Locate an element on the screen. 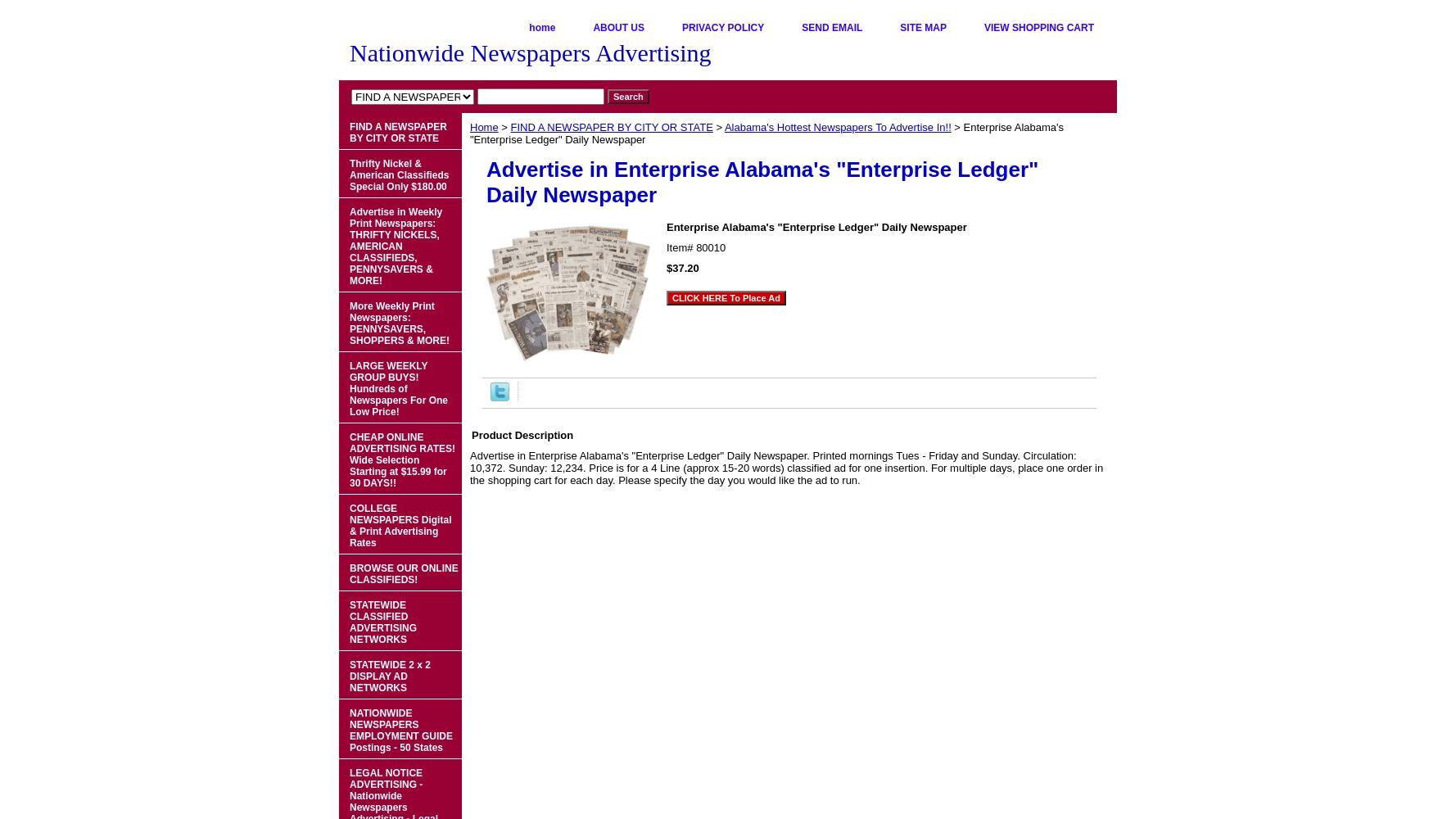 Image resolution: width=1456 pixels, height=819 pixels. 'Advertise in Enterprise Alabama's 
 "Enterprise Ledger" 
Daily Newspaper' is located at coordinates (762, 181).